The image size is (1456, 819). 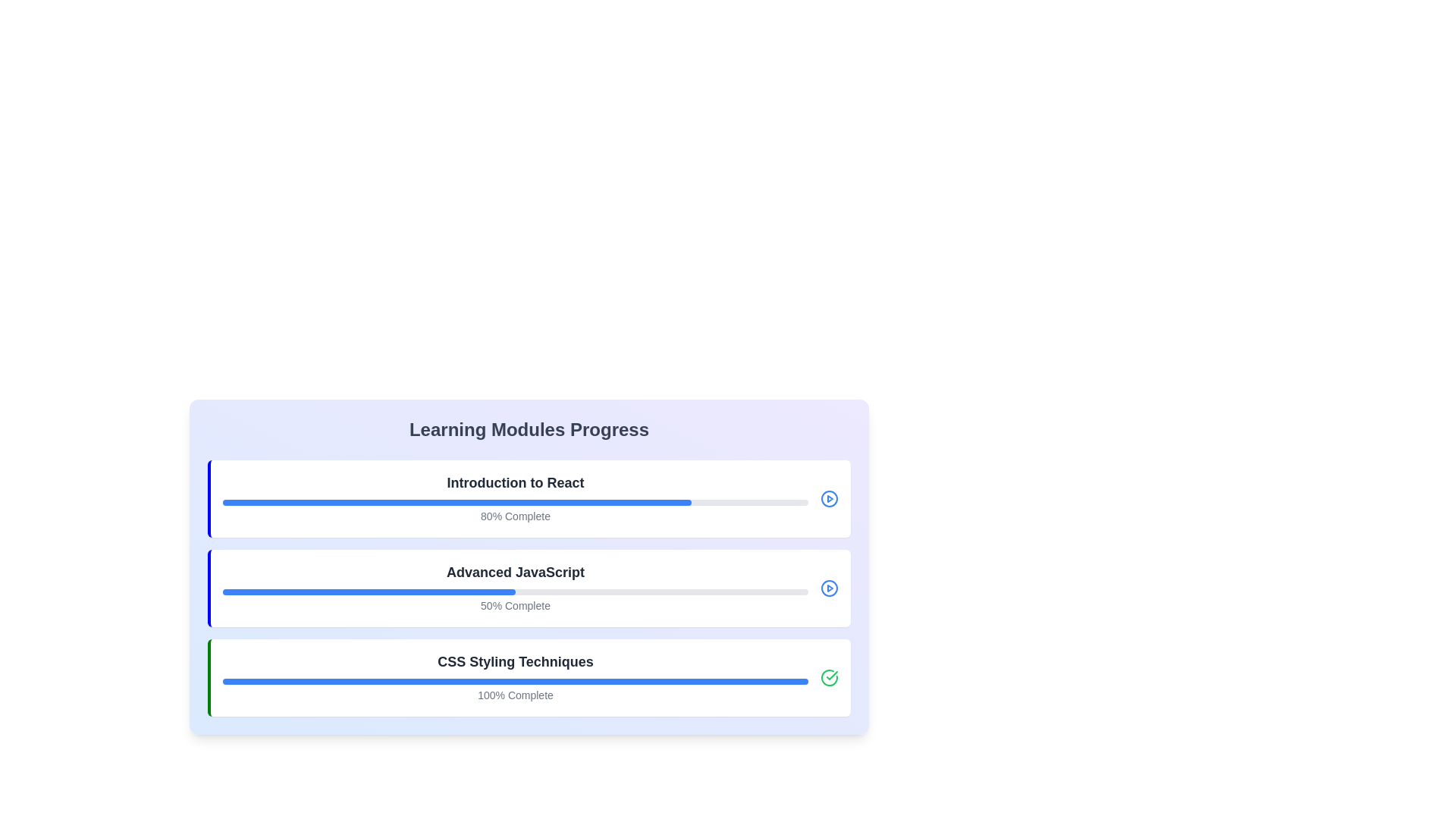 I want to click on the text label indicating the completion percentage of the 'Advanced JavaScript' module, located beneath its progress bar, so click(x=516, y=604).